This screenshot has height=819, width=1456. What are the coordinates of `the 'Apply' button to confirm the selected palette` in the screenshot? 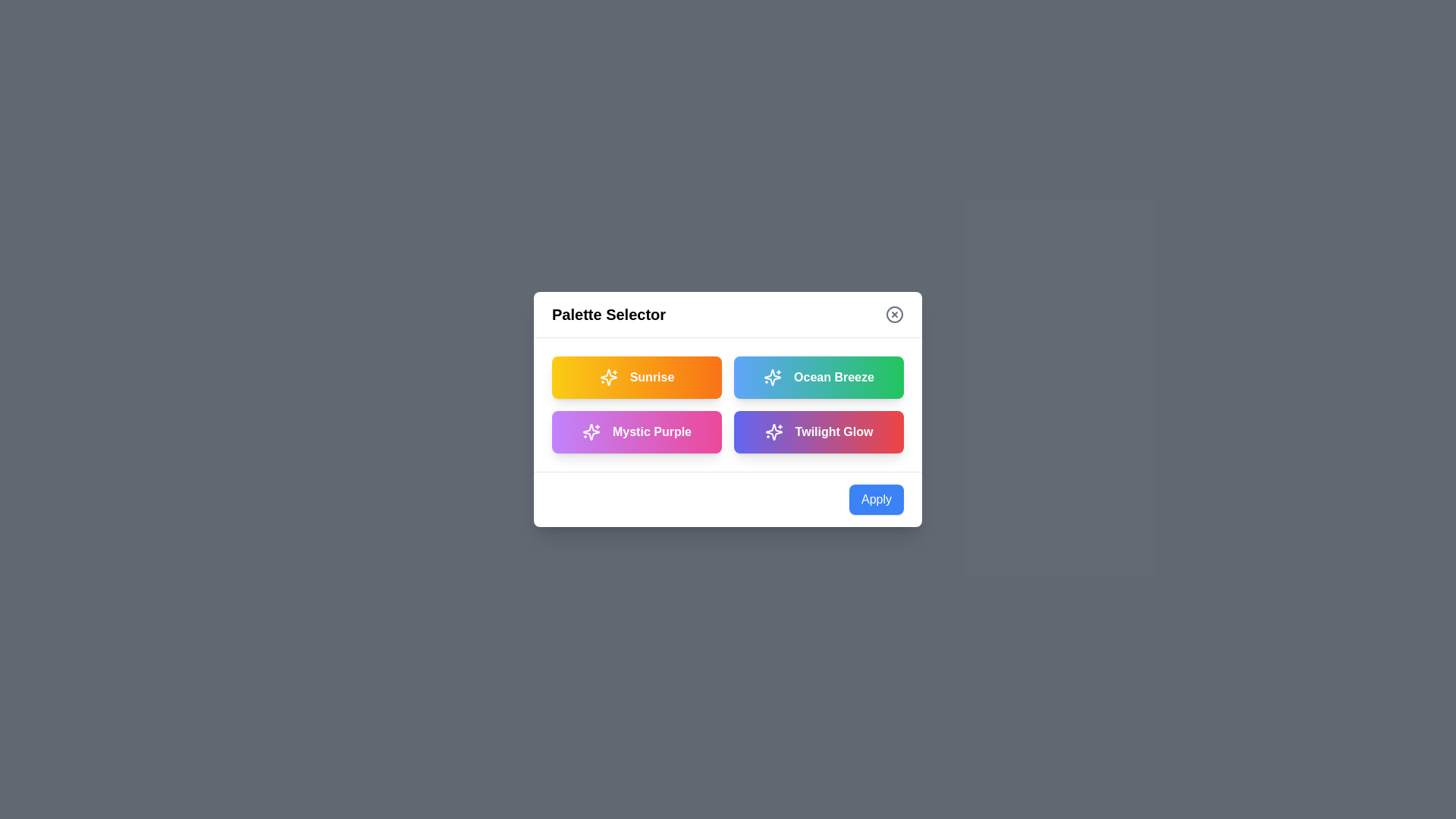 It's located at (877, 500).